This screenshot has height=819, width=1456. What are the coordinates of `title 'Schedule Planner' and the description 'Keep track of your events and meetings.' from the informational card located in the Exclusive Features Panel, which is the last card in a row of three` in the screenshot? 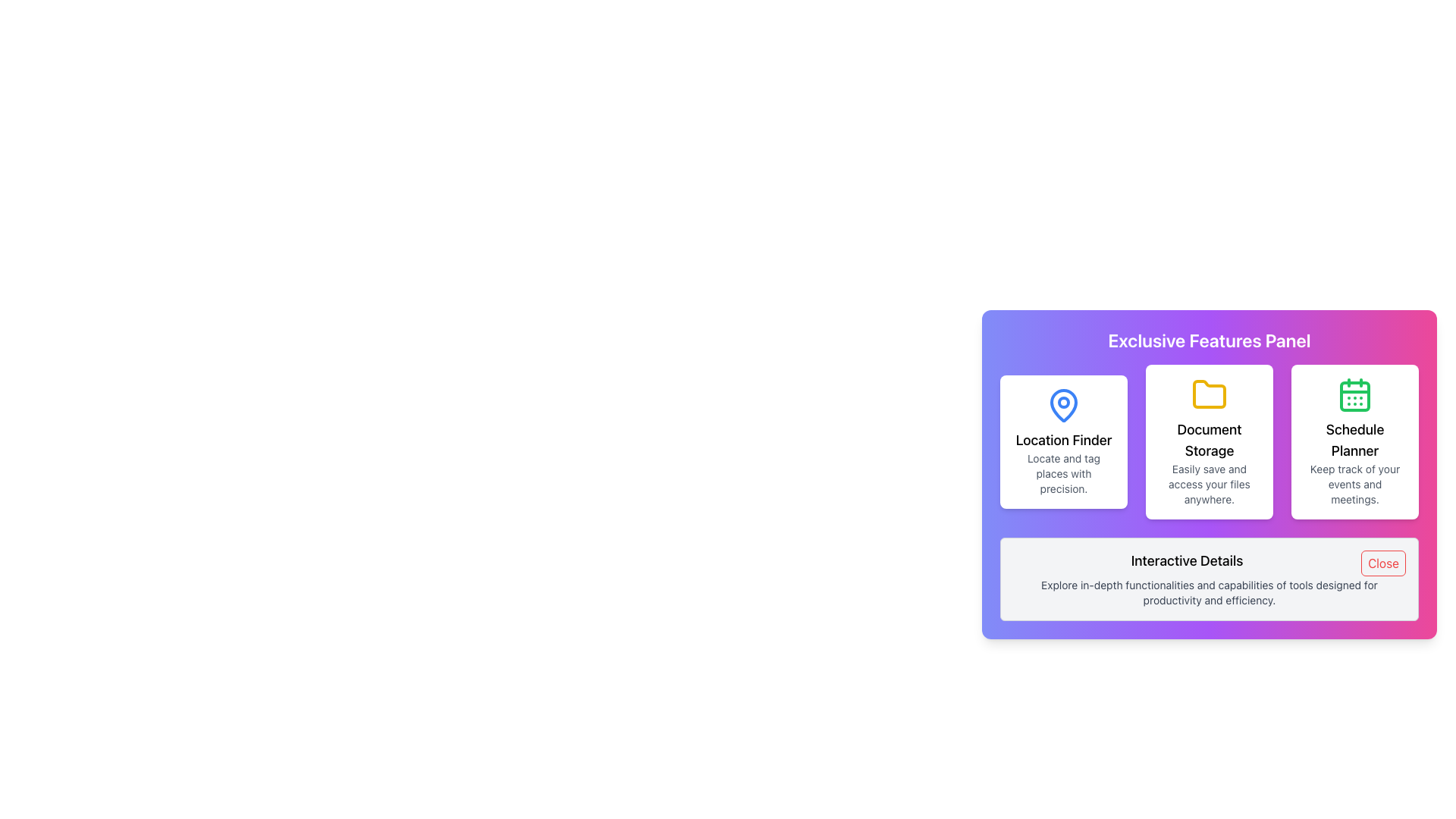 It's located at (1354, 441).